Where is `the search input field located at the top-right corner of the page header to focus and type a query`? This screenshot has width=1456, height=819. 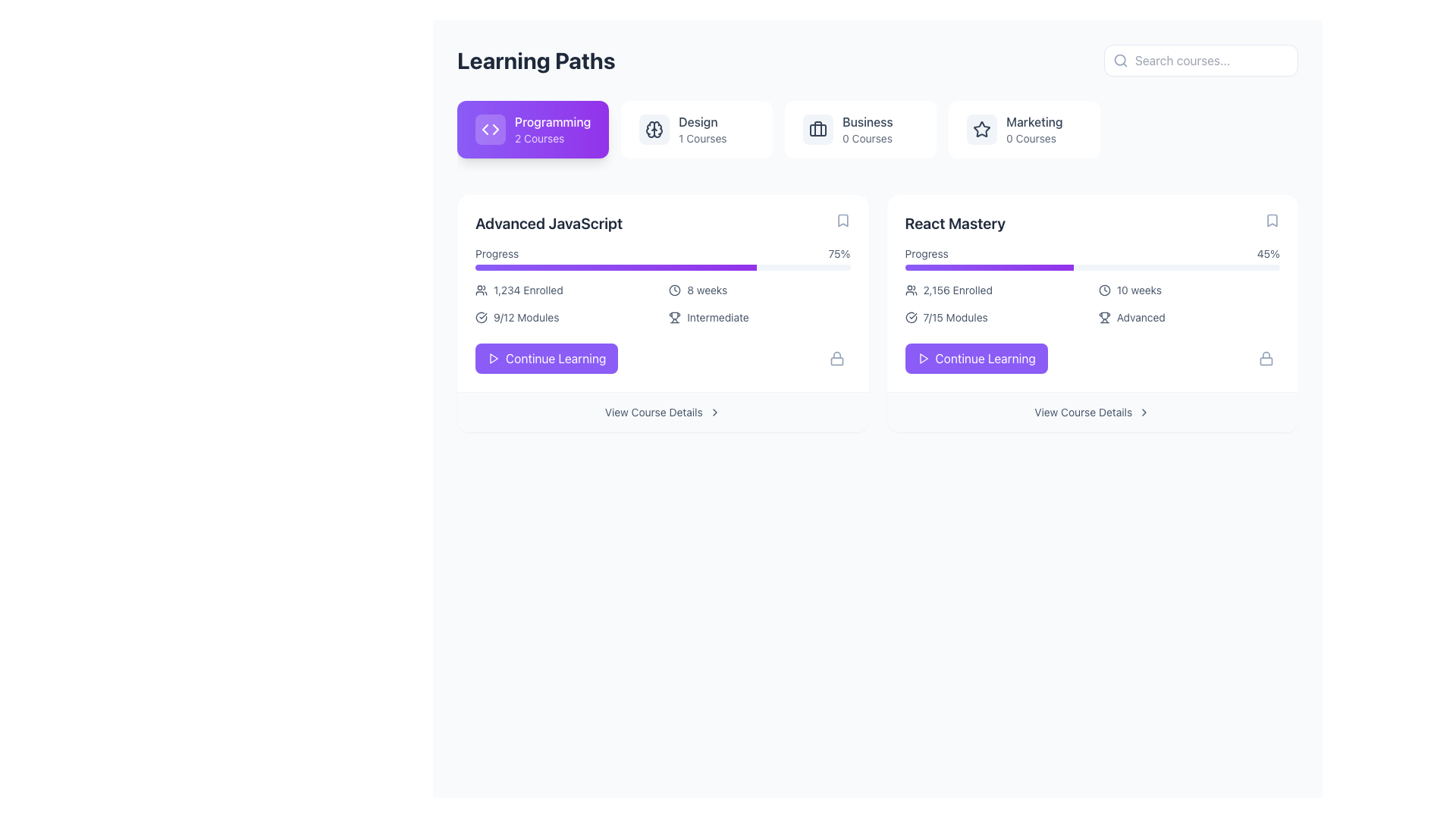 the search input field located at the top-right corner of the page header to focus and type a query is located at coordinates (1200, 60).